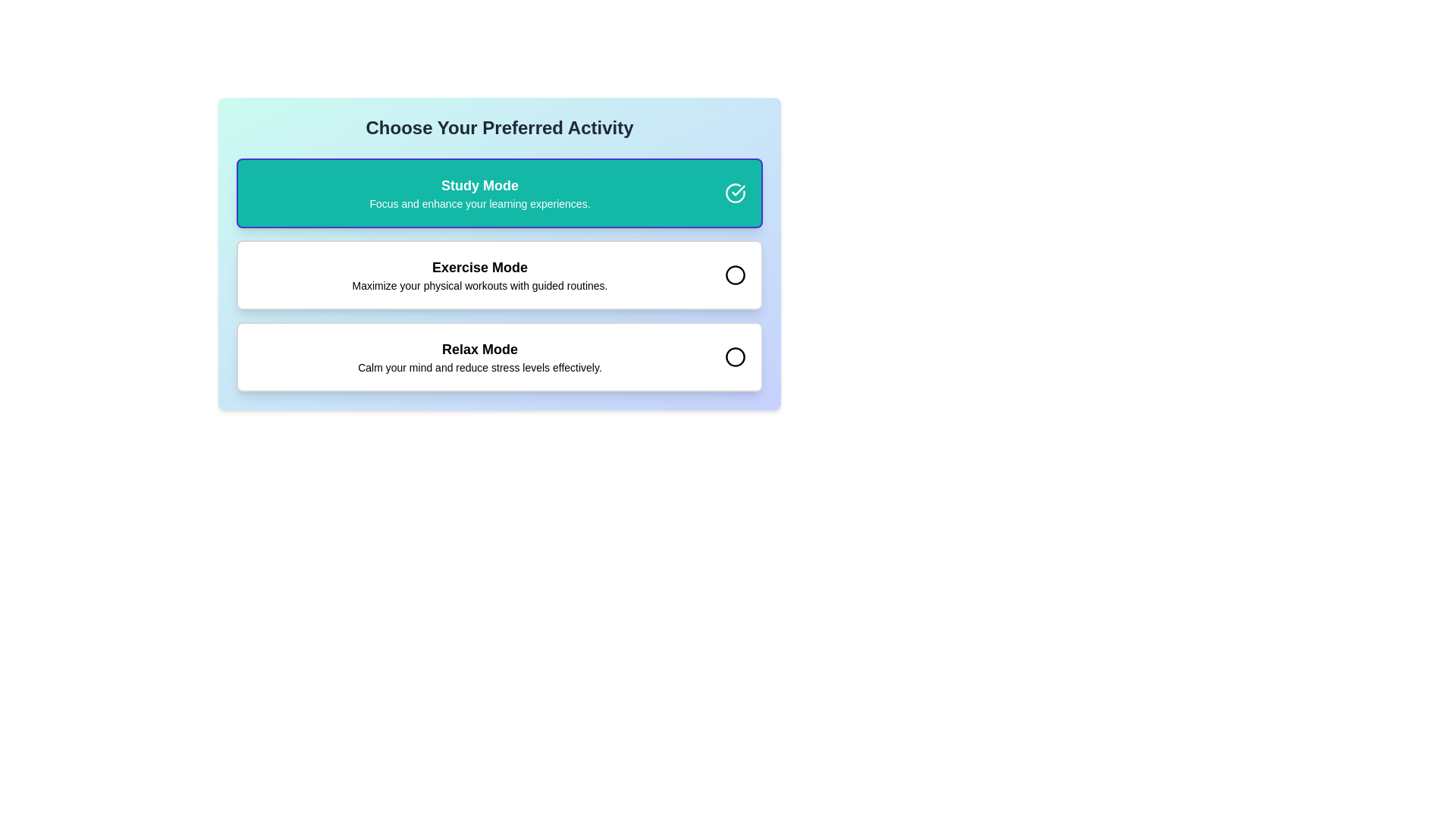 This screenshot has height=819, width=1456. Describe the element at coordinates (479, 275) in the screenshot. I see `the 'Exercise Mode' text display, which is the second option in a vertical stack of three modes, providing information about guided physical workouts` at that location.